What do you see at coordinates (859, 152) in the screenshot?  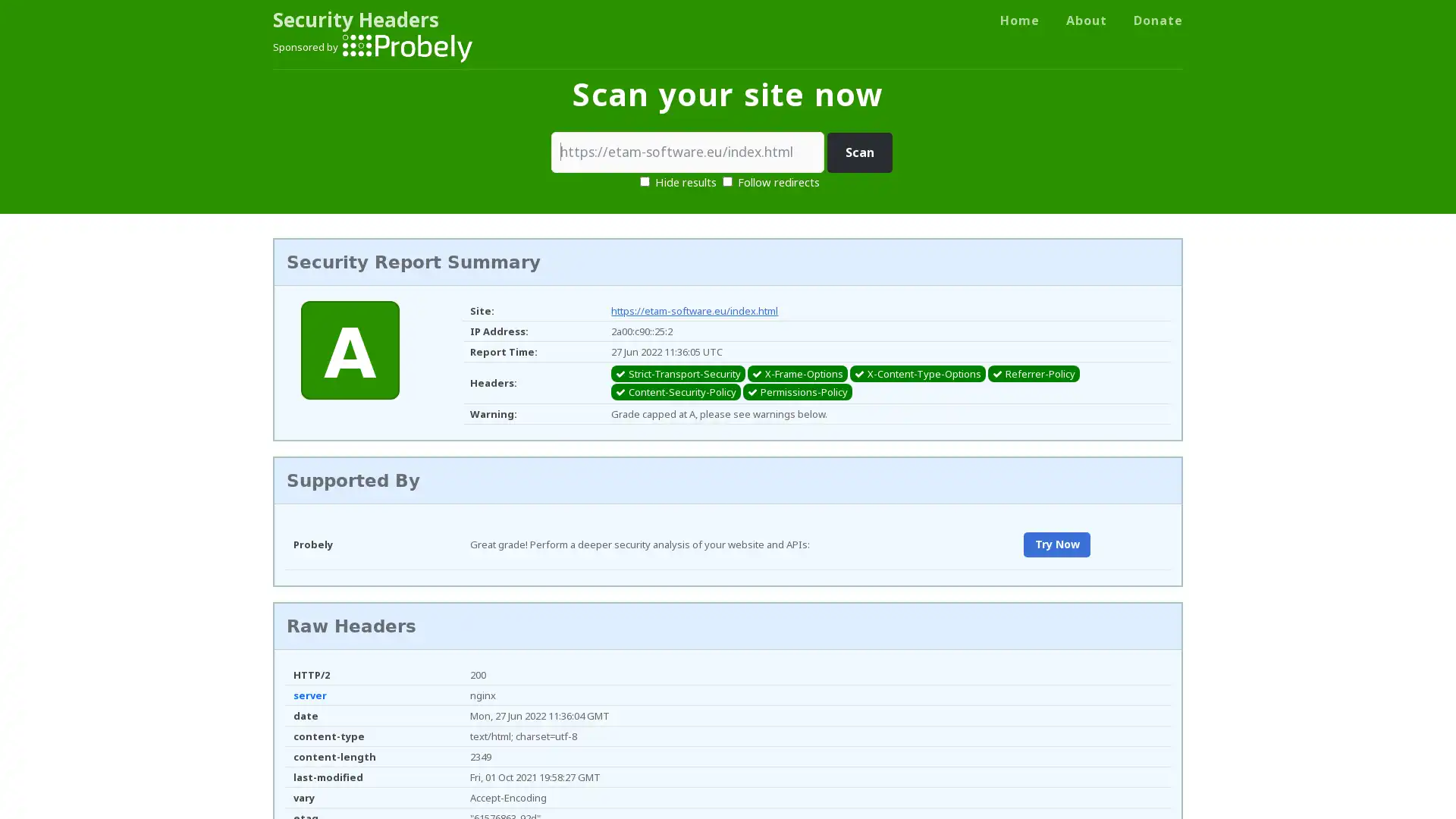 I see `Scan` at bounding box center [859, 152].